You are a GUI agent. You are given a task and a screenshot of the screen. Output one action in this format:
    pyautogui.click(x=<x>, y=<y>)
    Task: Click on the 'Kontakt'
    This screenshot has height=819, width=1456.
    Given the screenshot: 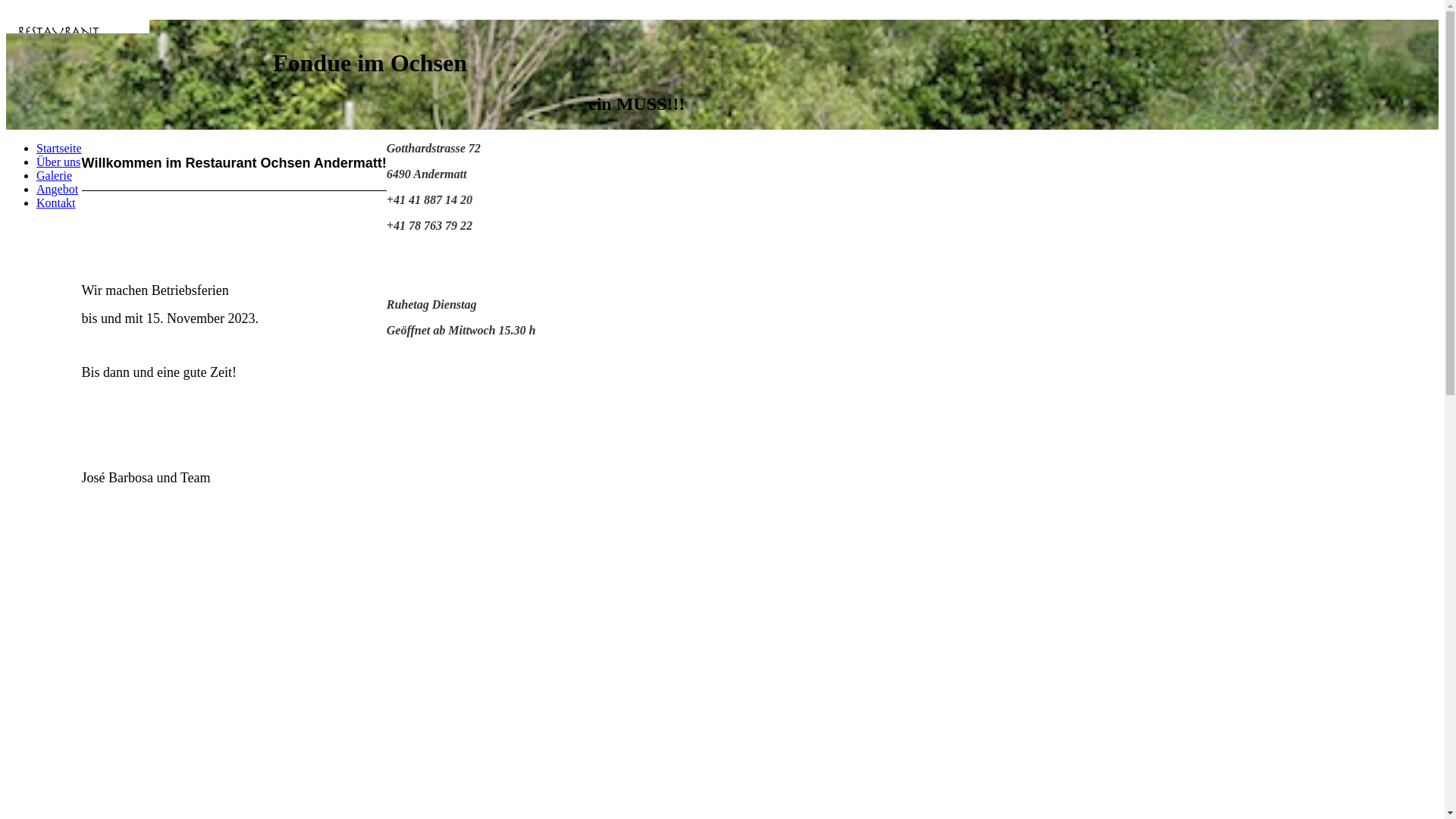 What is the action you would take?
    pyautogui.click(x=55, y=202)
    